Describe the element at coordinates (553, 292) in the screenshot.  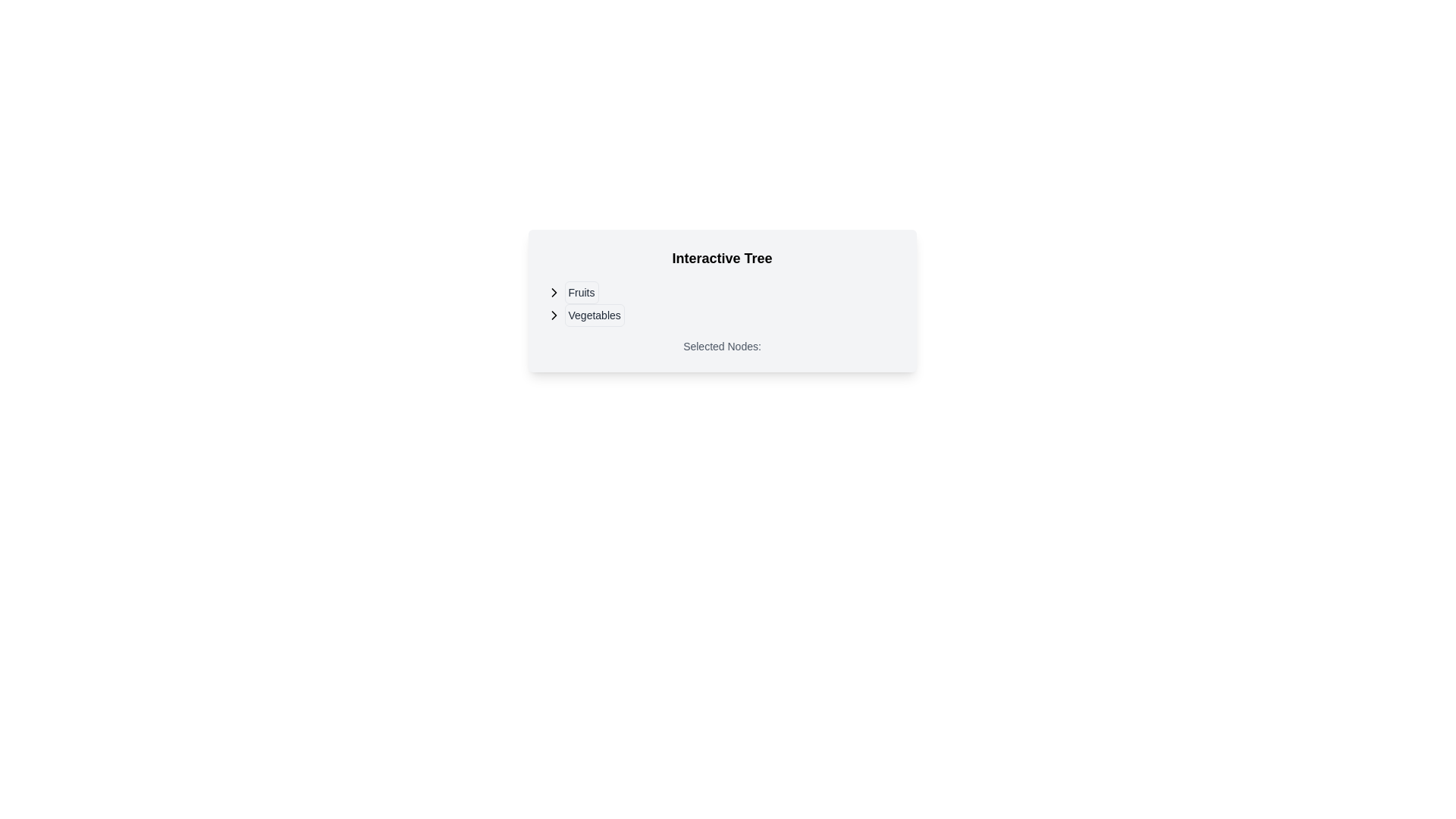
I see `the arrow icon located on the leftmost side of the row containing the text 'Fruits'` at that location.